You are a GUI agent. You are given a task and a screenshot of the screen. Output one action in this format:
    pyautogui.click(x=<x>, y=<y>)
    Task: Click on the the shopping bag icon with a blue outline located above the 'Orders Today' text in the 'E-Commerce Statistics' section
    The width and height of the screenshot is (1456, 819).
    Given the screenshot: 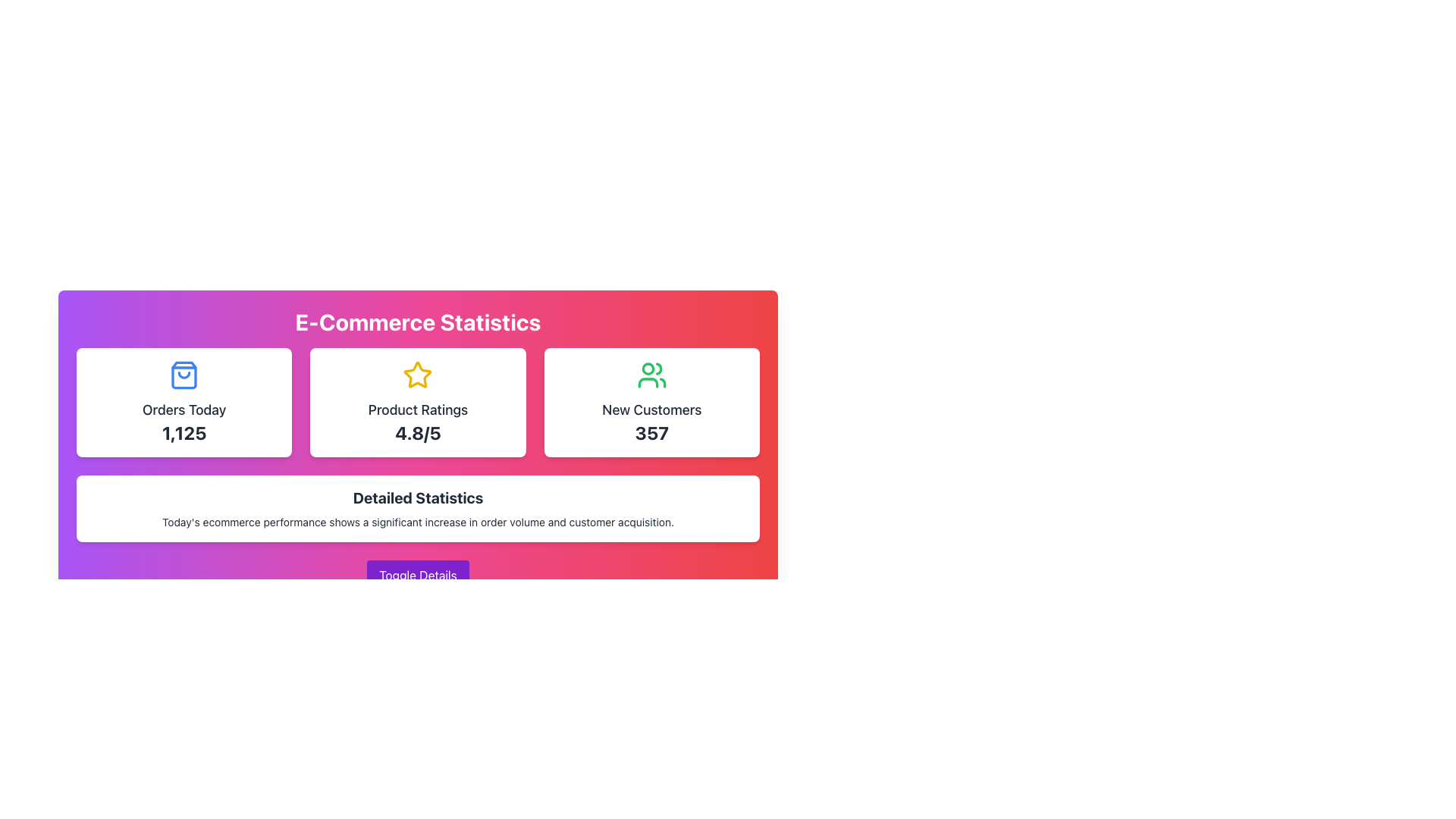 What is the action you would take?
    pyautogui.click(x=184, y=375)
    